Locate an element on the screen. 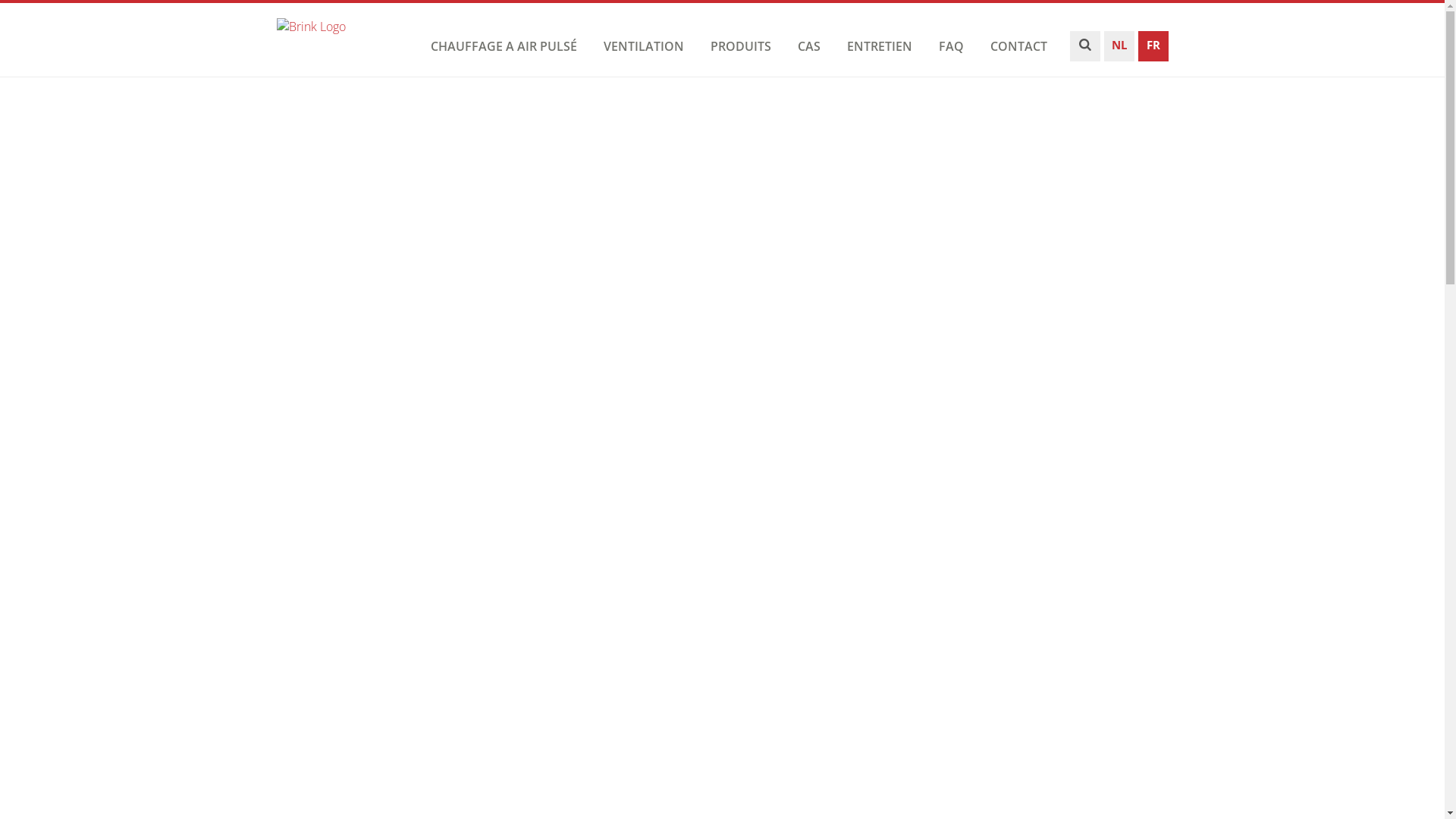  'NL' is located at coordinates (1119, 49).